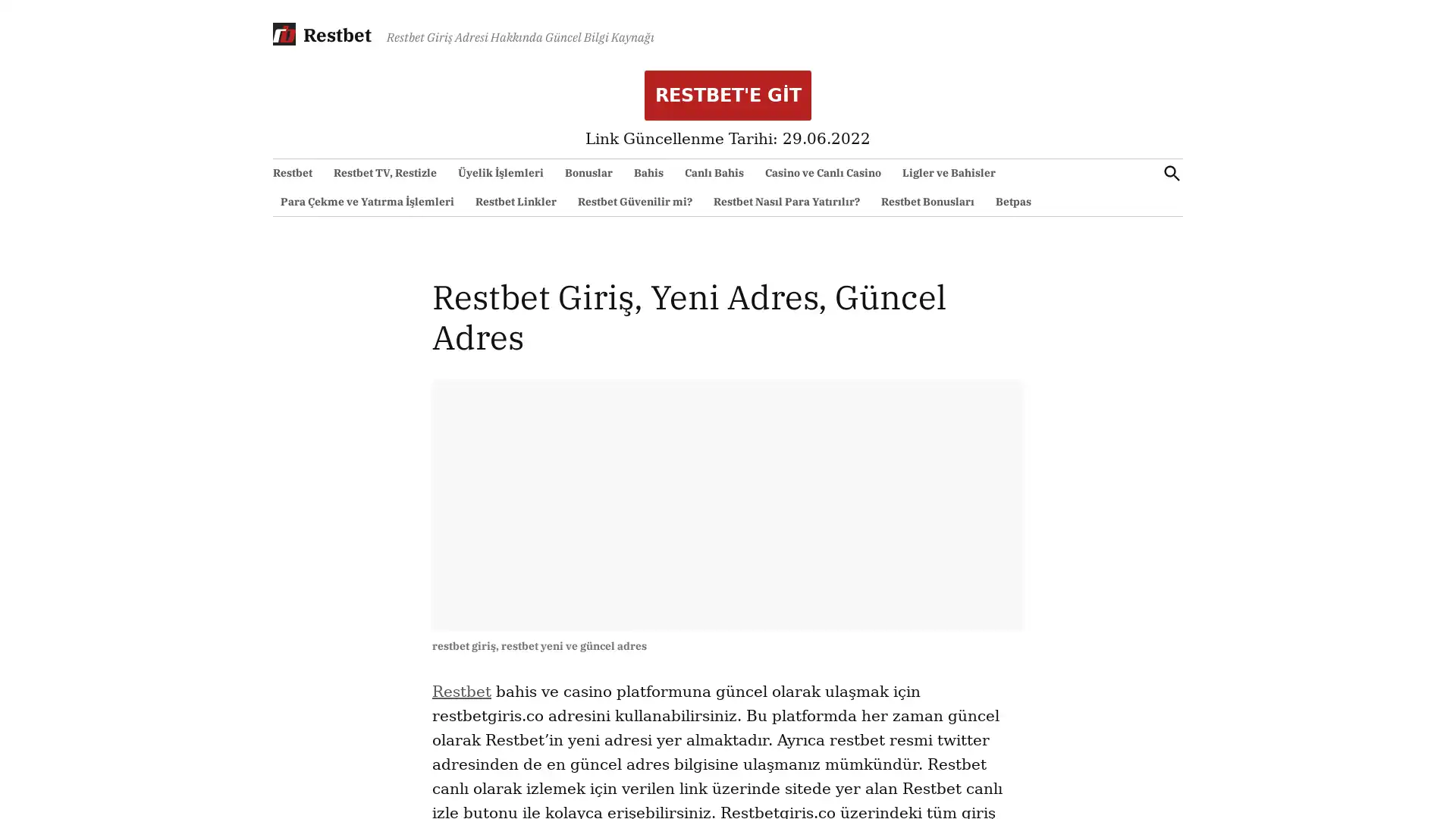 The image size is (1456, 819). What do you see at coordinates (1171, 172) in the screenshot?
I see `Open Search` at bounding box center [1171, 172].